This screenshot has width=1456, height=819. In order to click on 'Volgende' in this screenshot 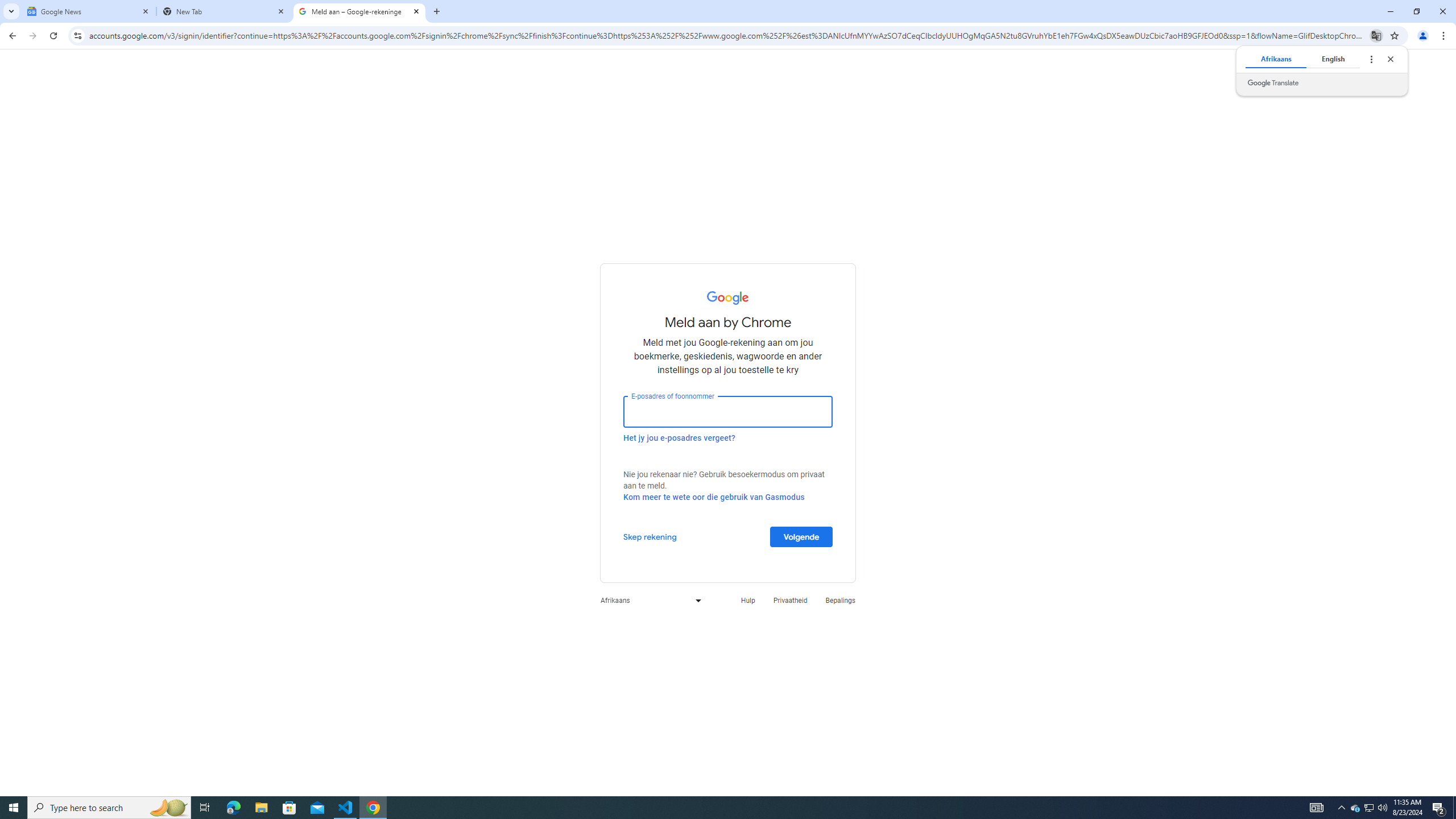, I will do `click(801, 536)`.